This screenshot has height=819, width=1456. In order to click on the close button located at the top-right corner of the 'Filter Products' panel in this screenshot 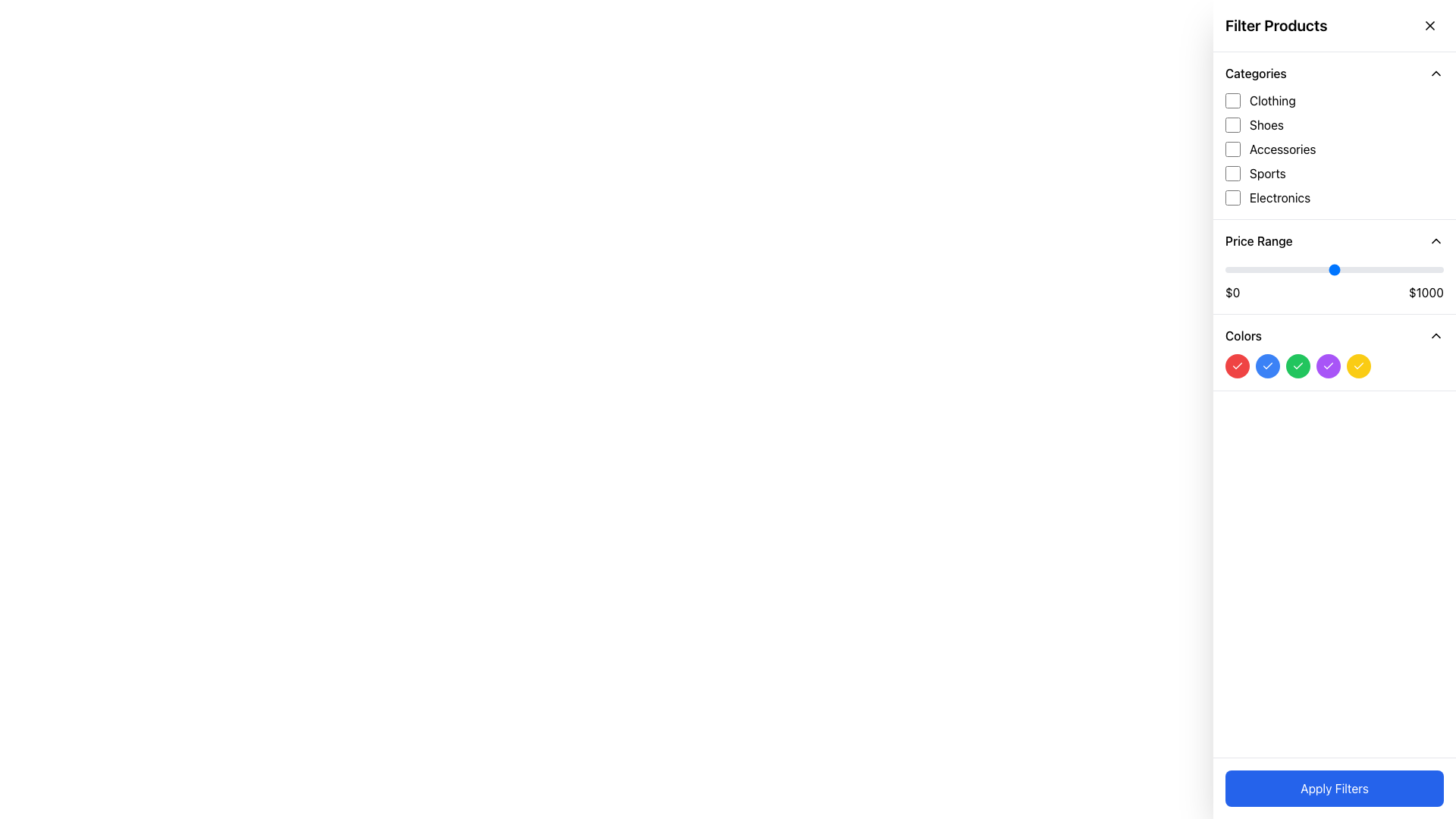, I will do `click(1429, 26)`.